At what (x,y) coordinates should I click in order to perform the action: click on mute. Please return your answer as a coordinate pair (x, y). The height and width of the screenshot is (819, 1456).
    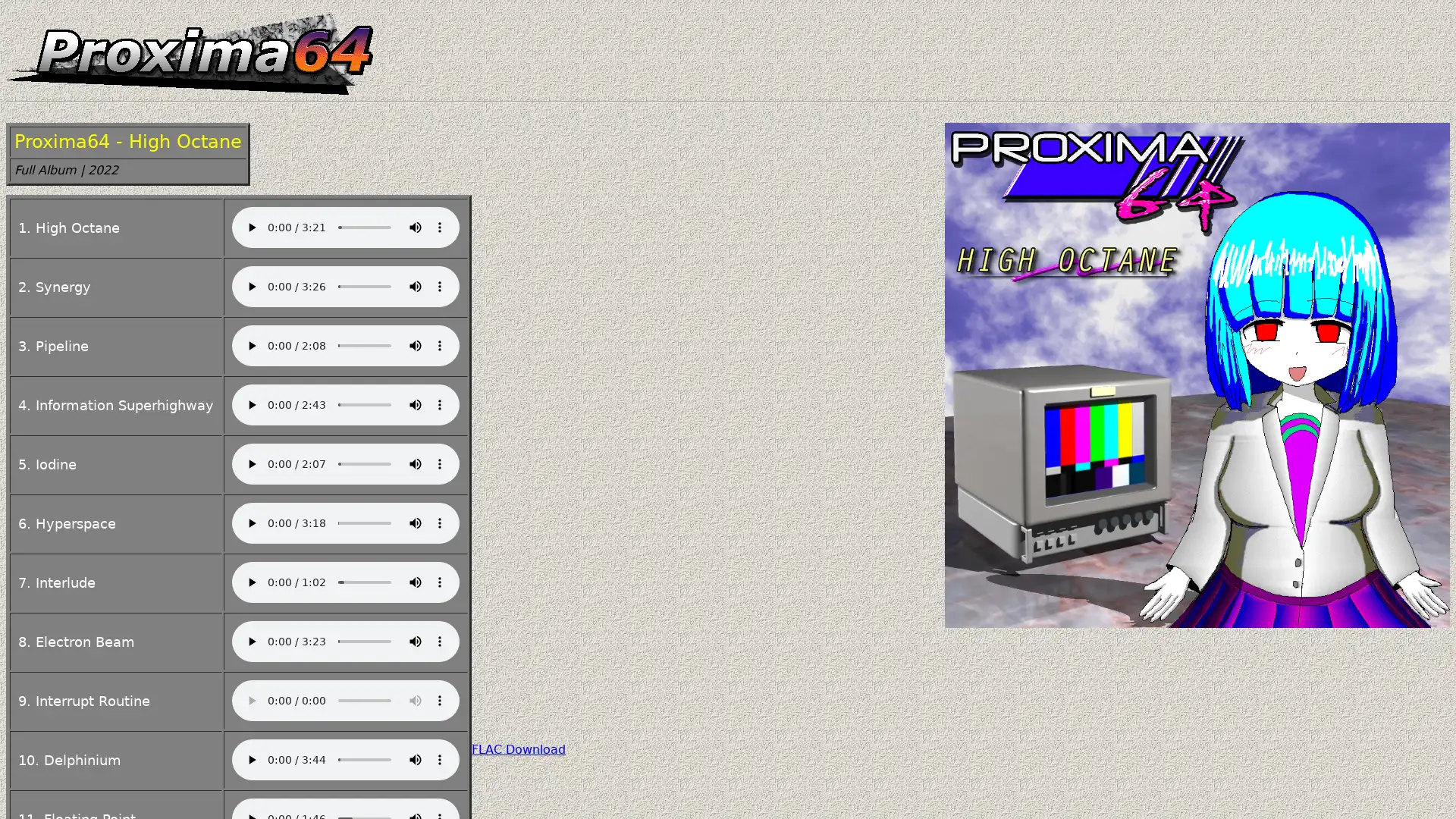
    Looking at the image, I should click on (415, 641).